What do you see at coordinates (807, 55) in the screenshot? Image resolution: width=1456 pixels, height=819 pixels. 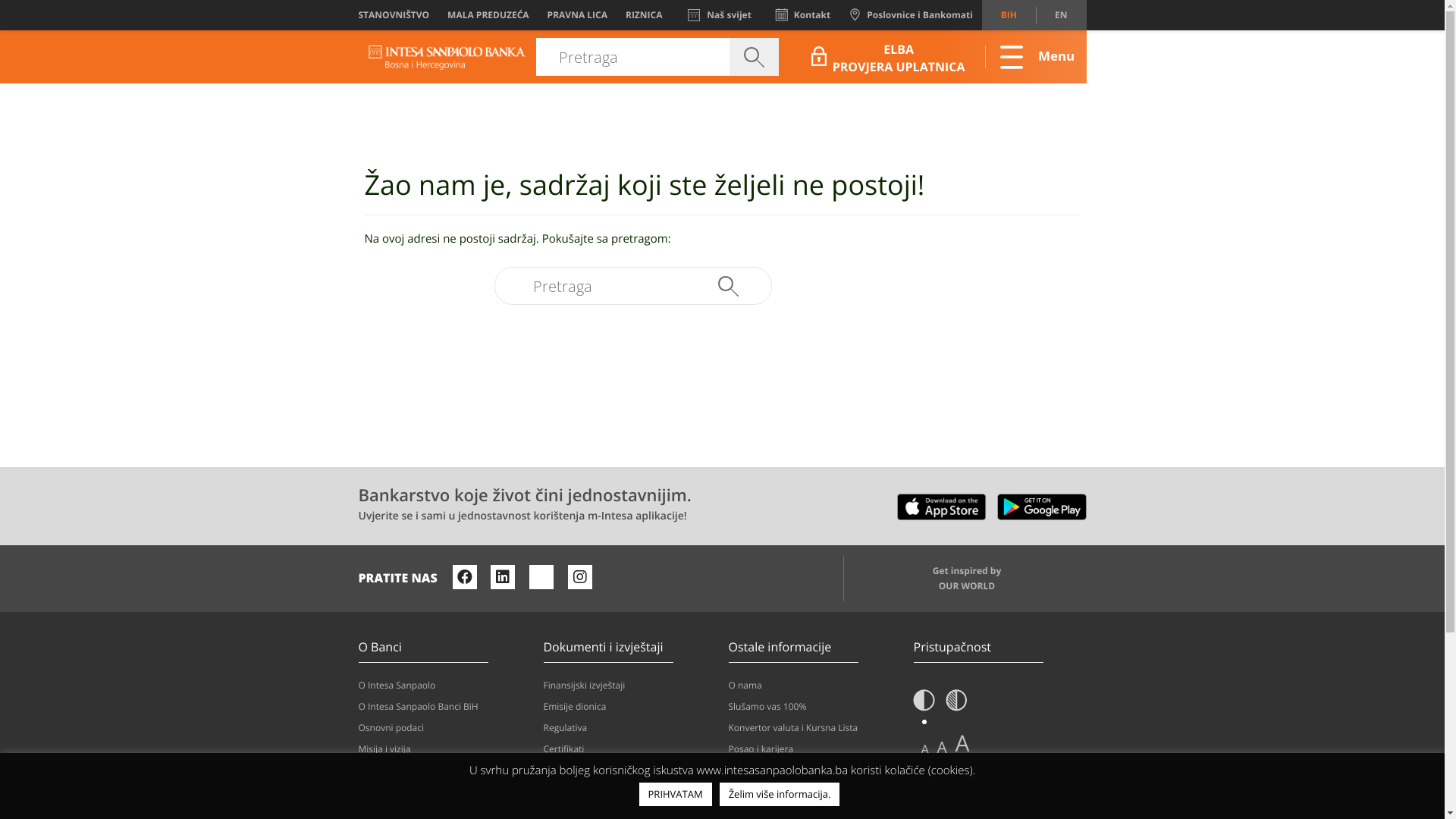 I see `'ELBA` at bounding box center [807, 55].